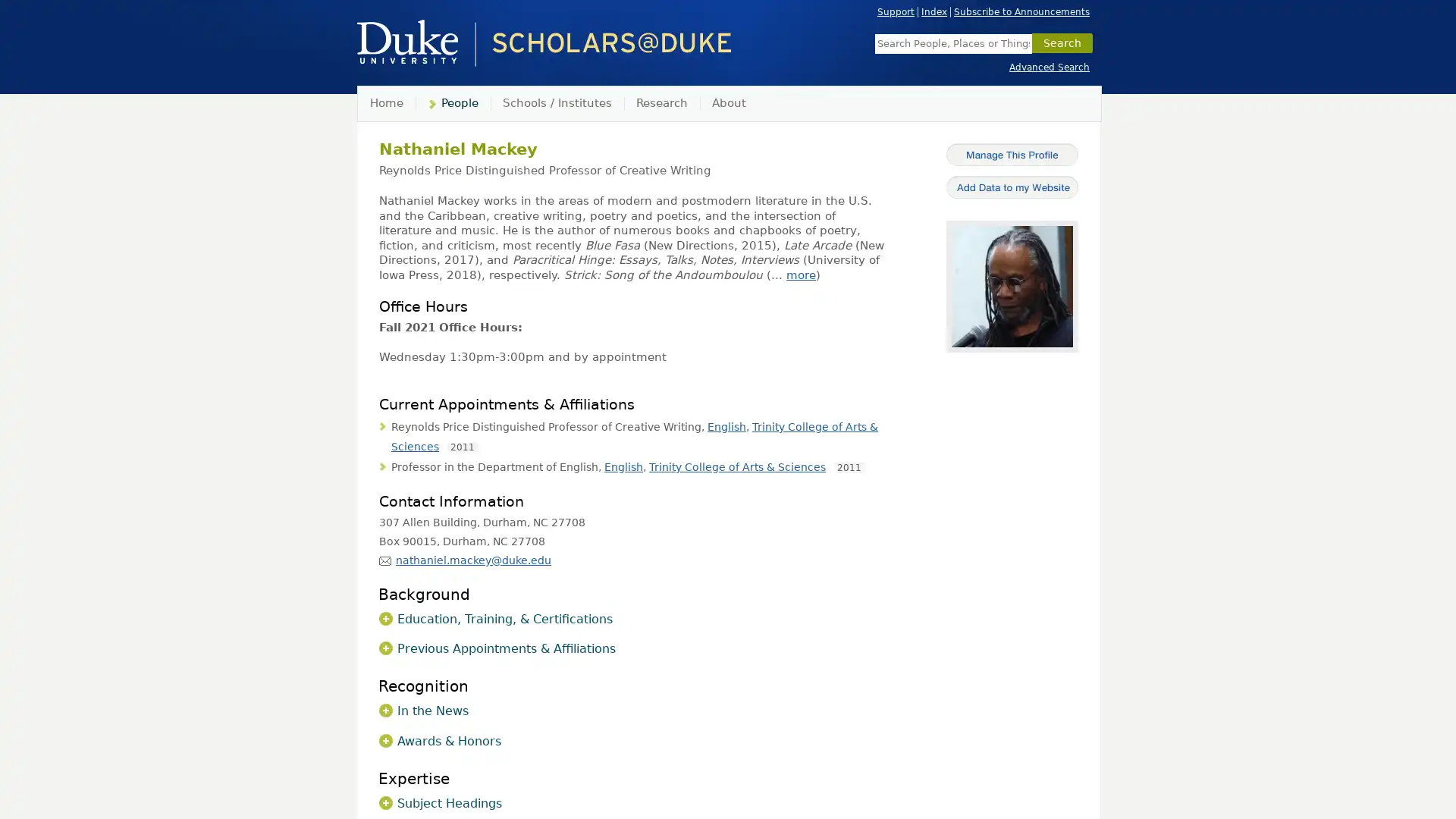 The height and width of the screenshot is (819, 1456). I want to click on Search, so click(1061, 42).